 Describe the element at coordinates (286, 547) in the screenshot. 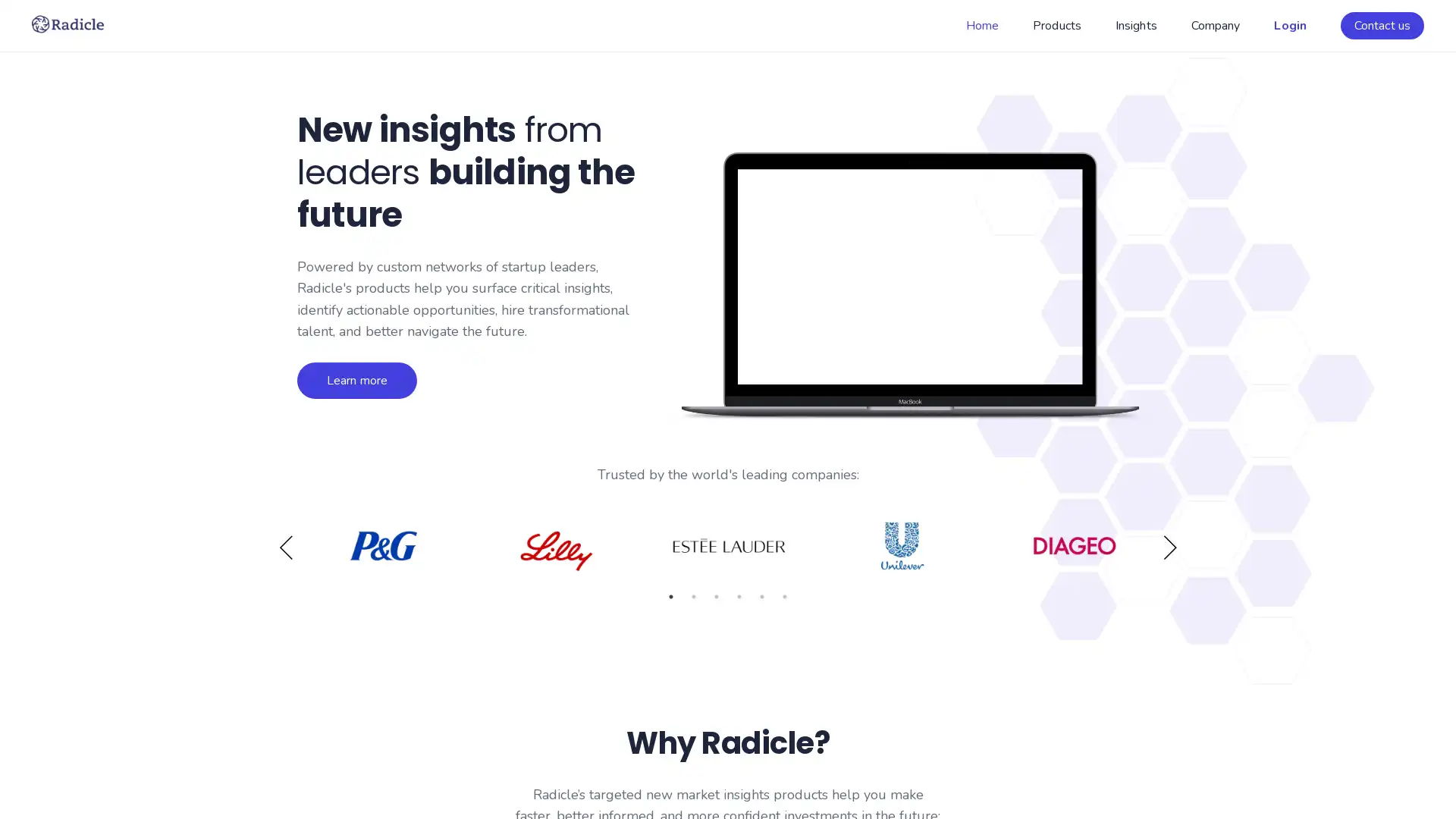

I see `prev` at that location.